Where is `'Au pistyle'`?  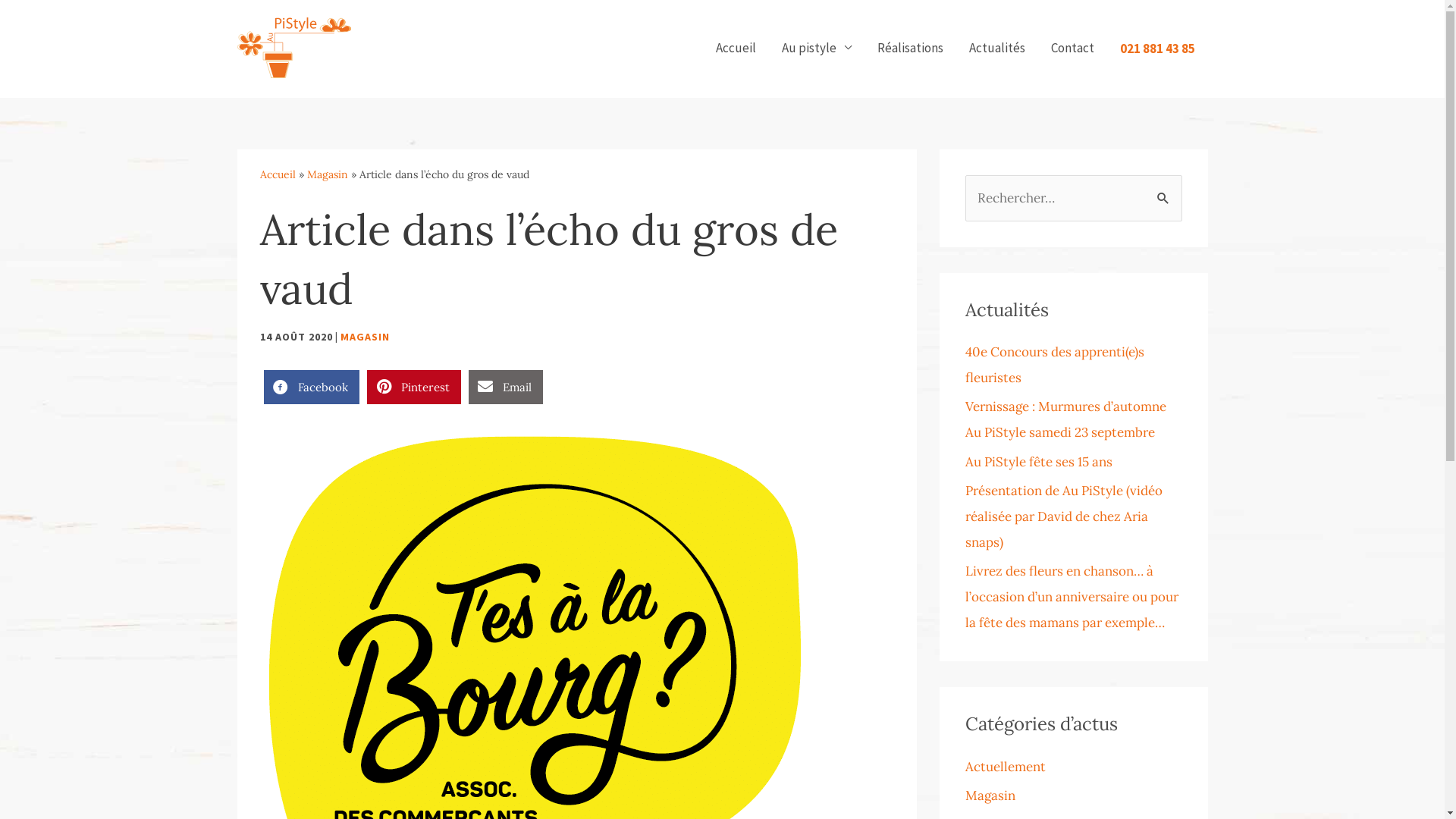
'Au pistyle' is located at coordinates (815, 46).